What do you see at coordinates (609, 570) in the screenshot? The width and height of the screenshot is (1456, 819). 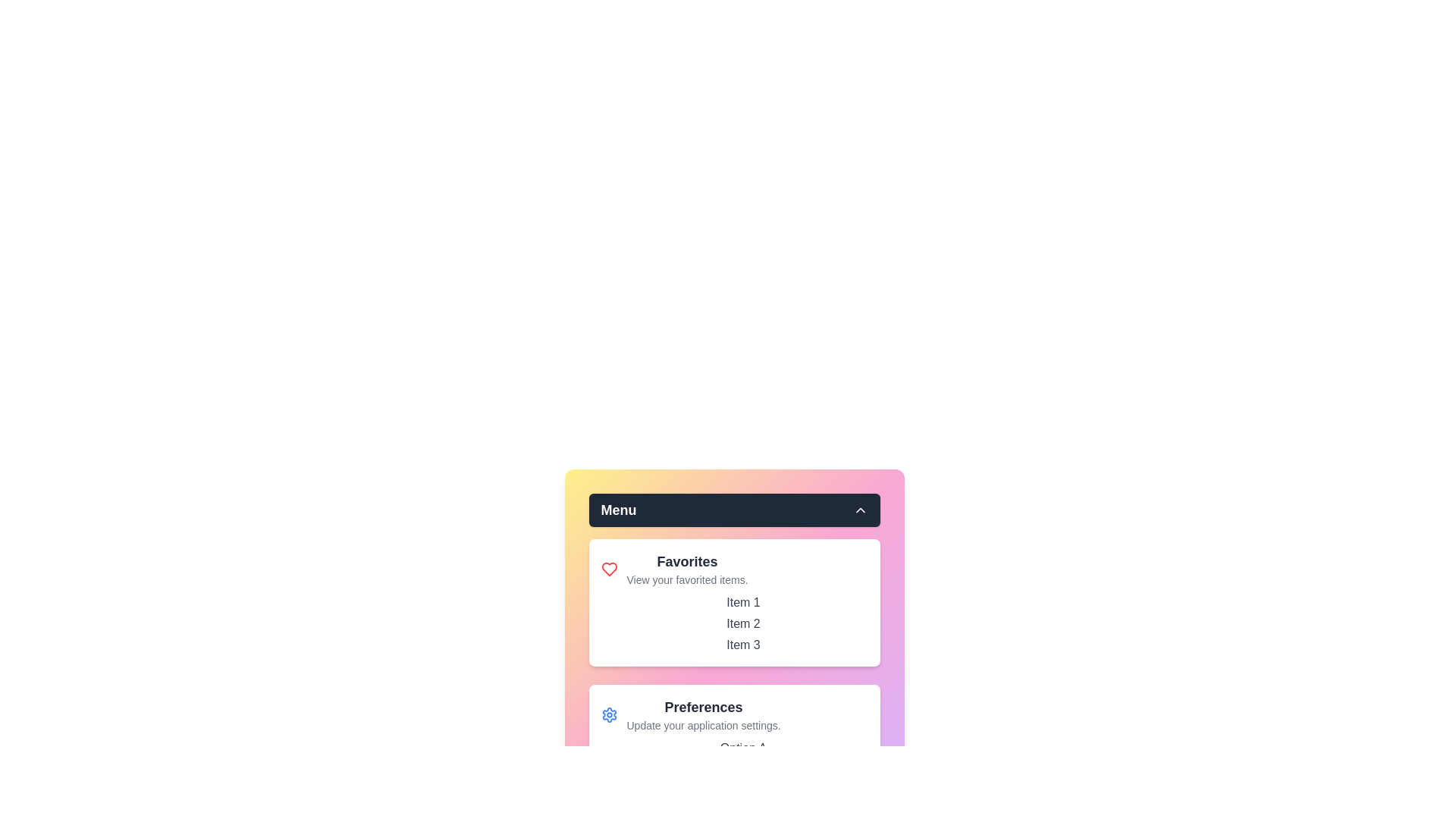 I see `the Favorites icon in the menu` at bounding box center [609, 570].